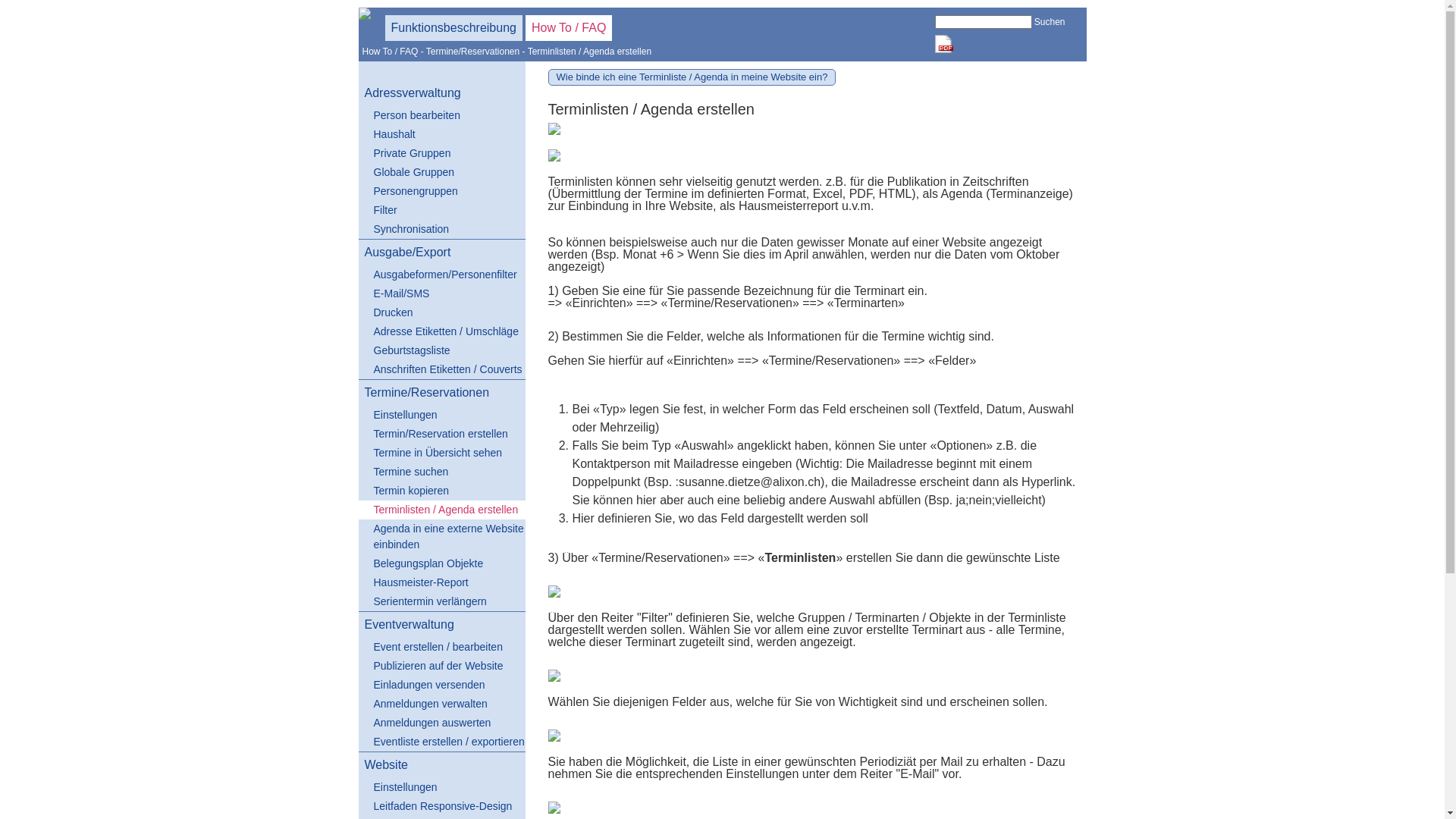 This screenshot has width=1456, height=819. I want to click on 'Geburtstagsliste', so click(356, 350).